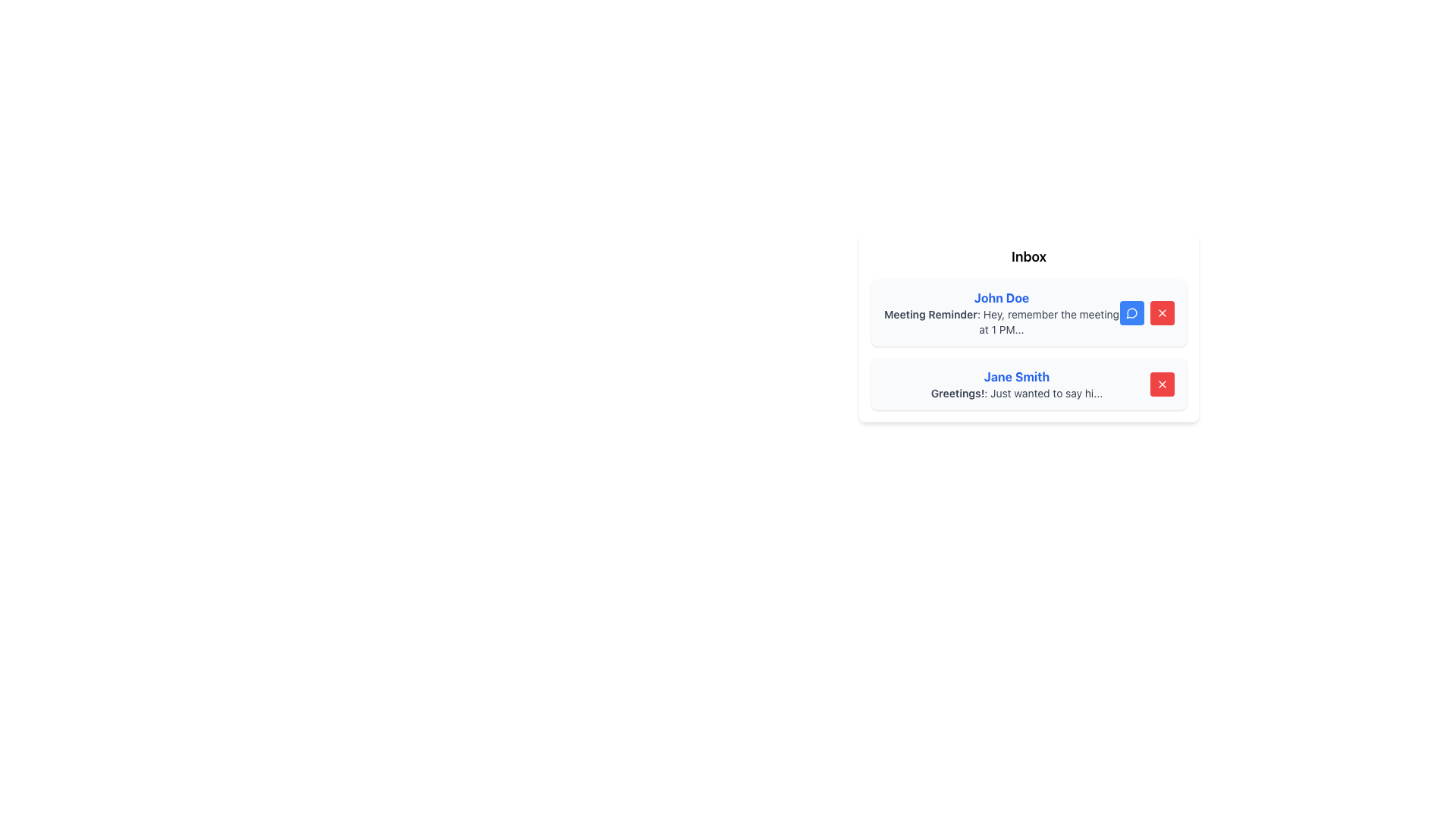  Describe the element at coordinates (1001, 298) in the screenshot. I see `text content of the header label representing the sender's name for the associated inbox message, located at the top-left portion of the message item in the inbox layout` at that location.